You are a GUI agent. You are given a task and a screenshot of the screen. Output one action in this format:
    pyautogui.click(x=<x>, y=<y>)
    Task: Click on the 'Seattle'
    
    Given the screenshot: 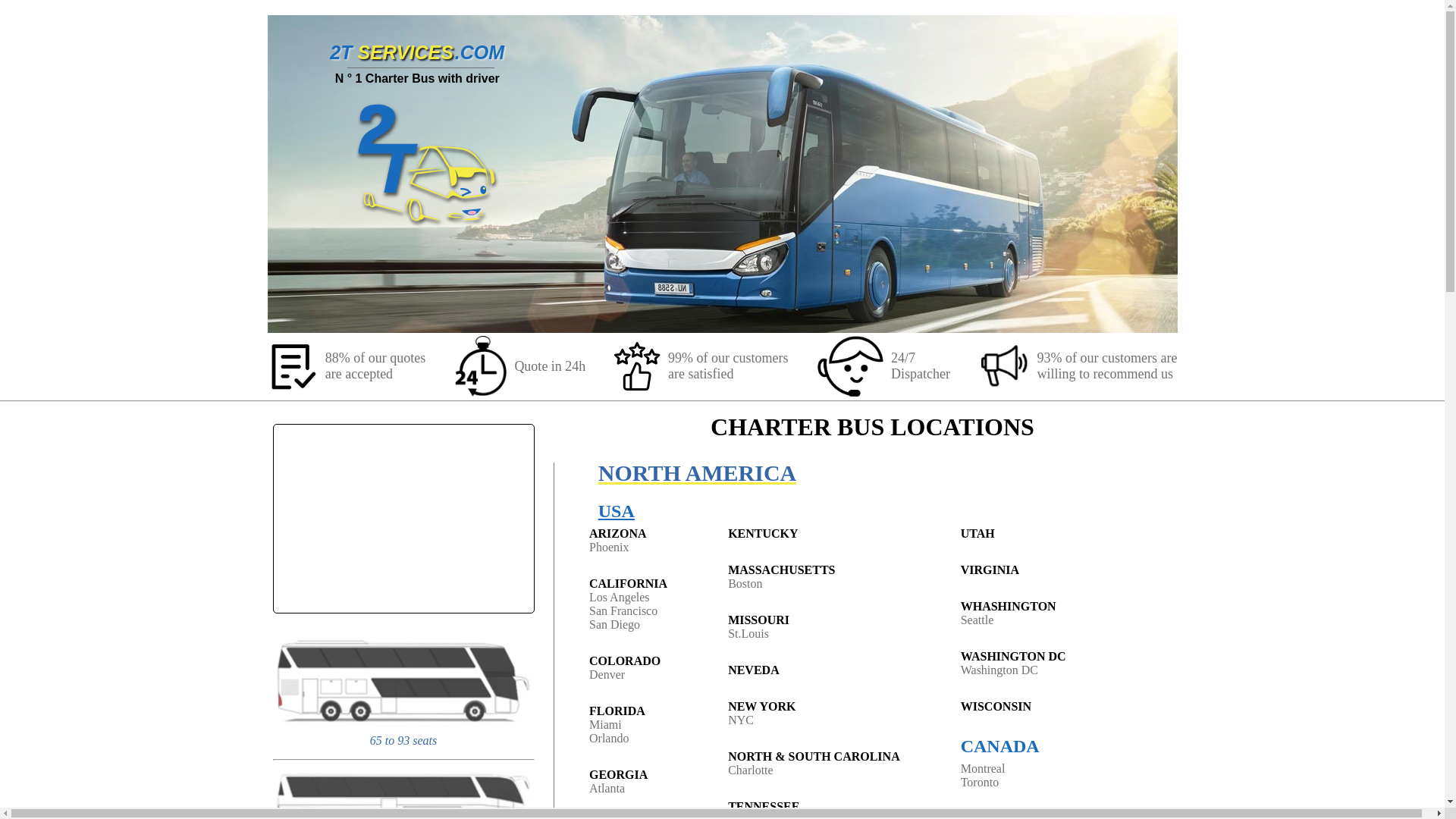 What is the action you would take?
    pyautogui.click(x=960, y=620)
    